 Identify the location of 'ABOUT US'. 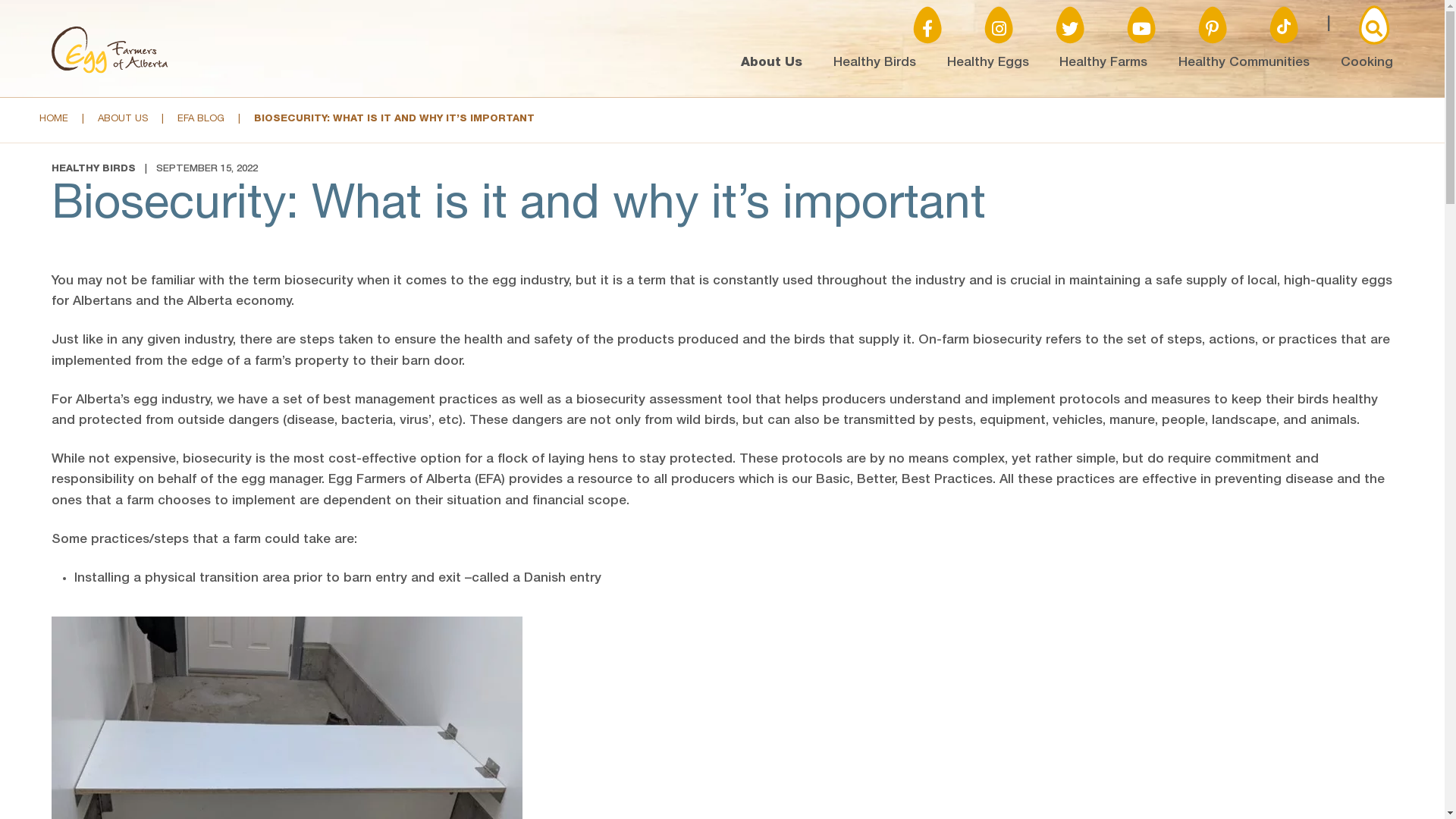
(97, 118).